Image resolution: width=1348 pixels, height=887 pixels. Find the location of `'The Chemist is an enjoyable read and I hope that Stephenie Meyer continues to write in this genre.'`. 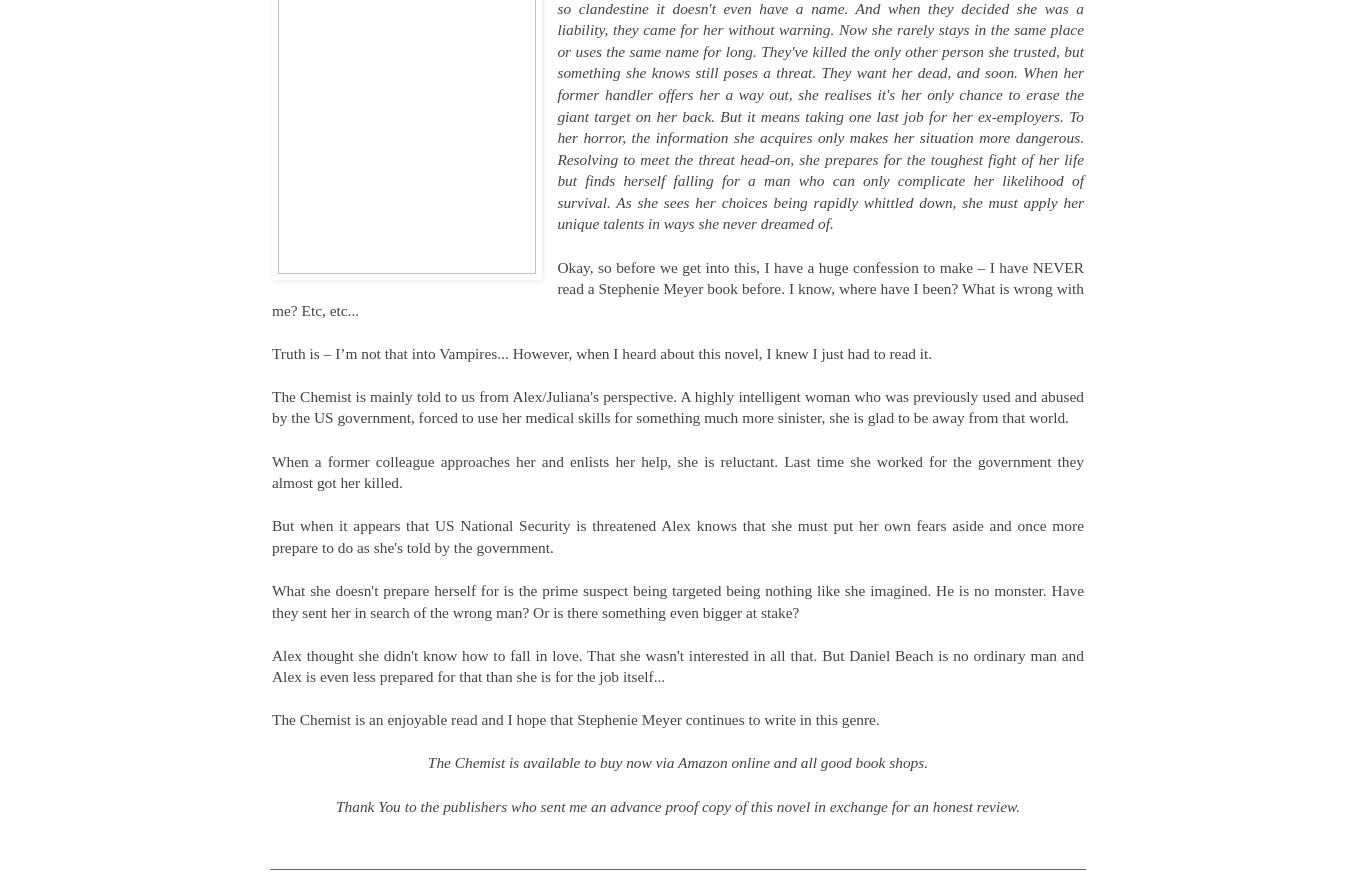

'The Chemist is an enjoyable read and I hope that Stephenie Meyer continues to write in this genre.' is located at coordinates (575, 719).